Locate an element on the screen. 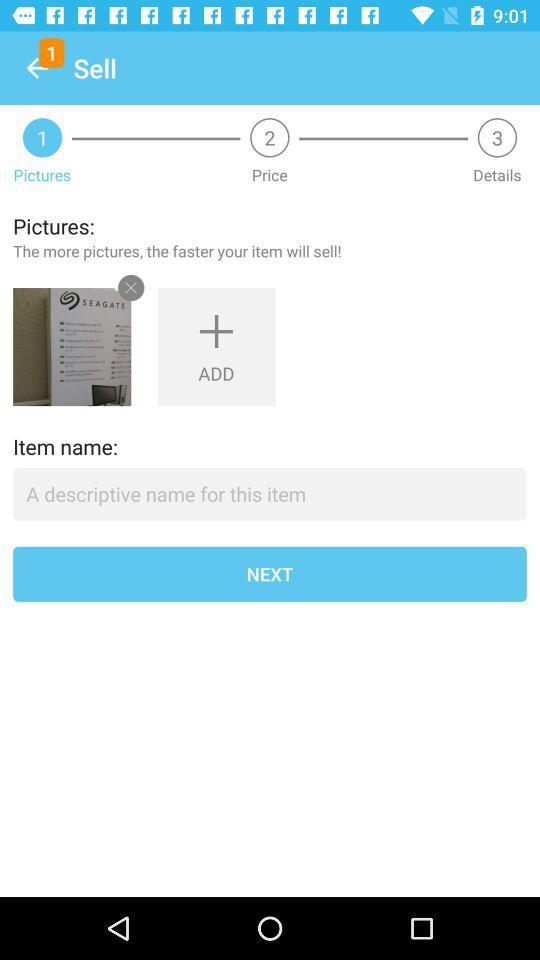 The image size is (540, 960). item above the 1 is located at coordinates (36, 68).